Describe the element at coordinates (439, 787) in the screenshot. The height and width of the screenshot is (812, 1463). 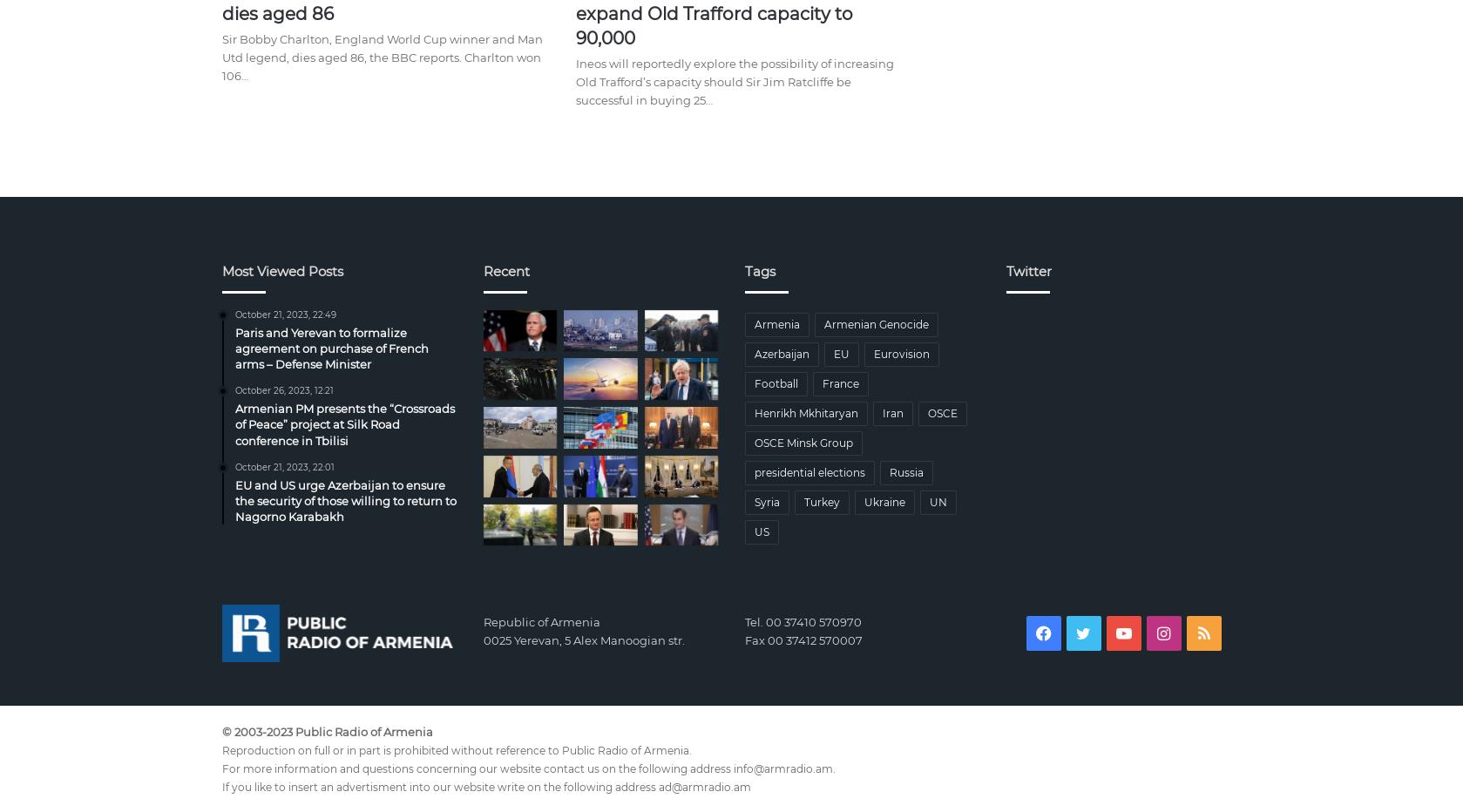
I see `'If you like to insert an advertisment into our website write on the following address'` at that location.